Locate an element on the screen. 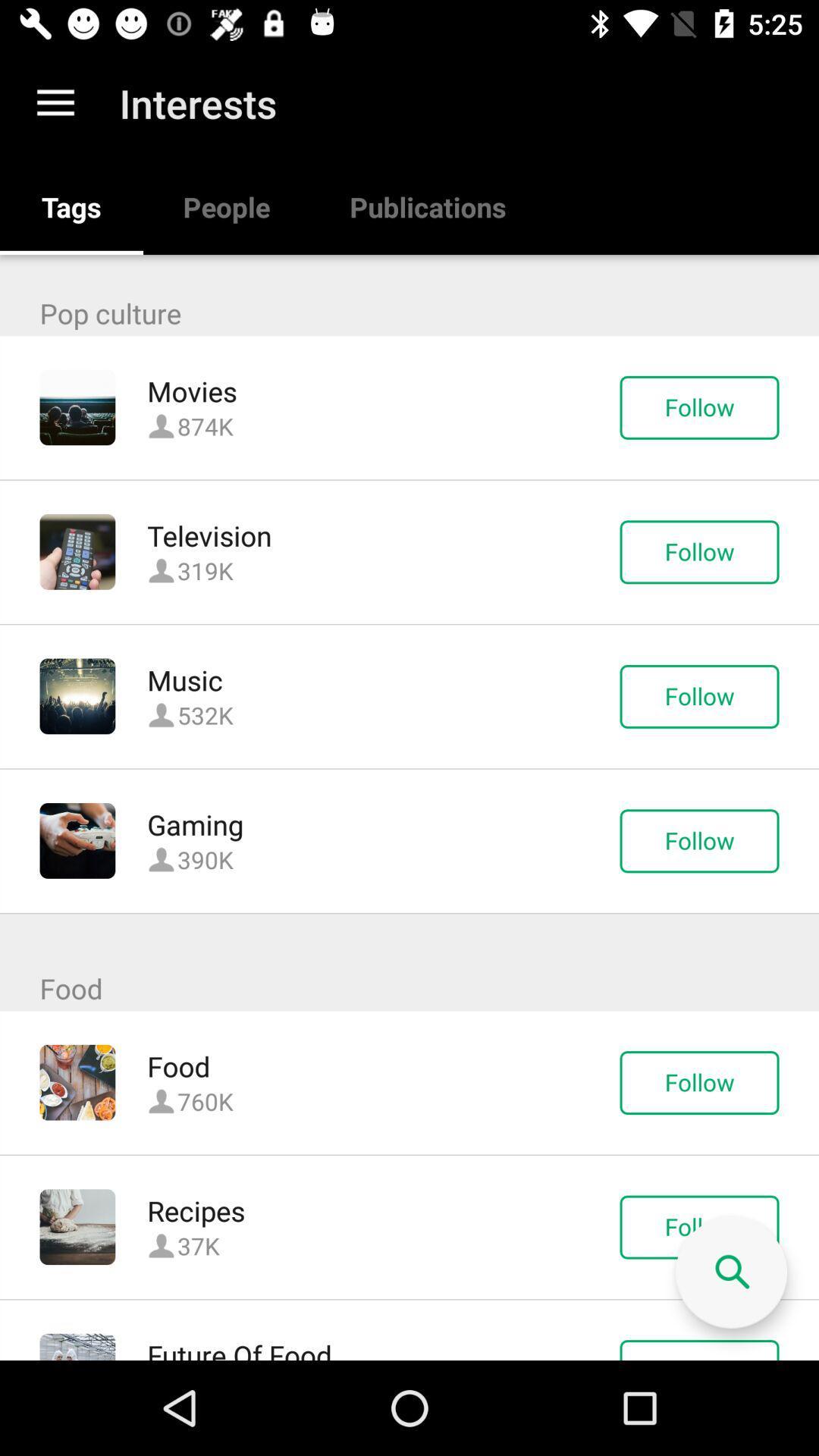 The height and width of the screenshot is (1456, 819). item to the left of interests app is located at coordinates (55, 102).